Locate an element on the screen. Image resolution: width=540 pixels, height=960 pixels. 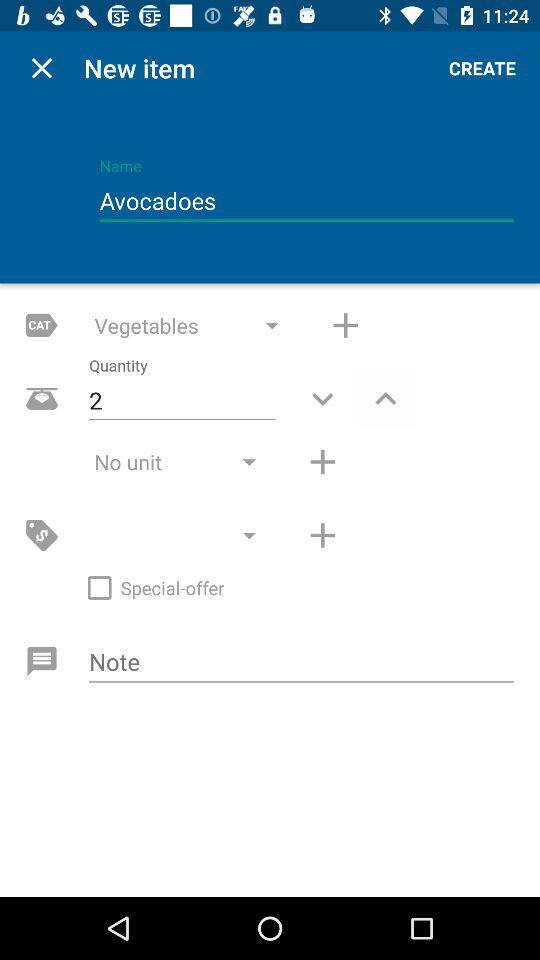
increase is located at coordinates (385, 397).